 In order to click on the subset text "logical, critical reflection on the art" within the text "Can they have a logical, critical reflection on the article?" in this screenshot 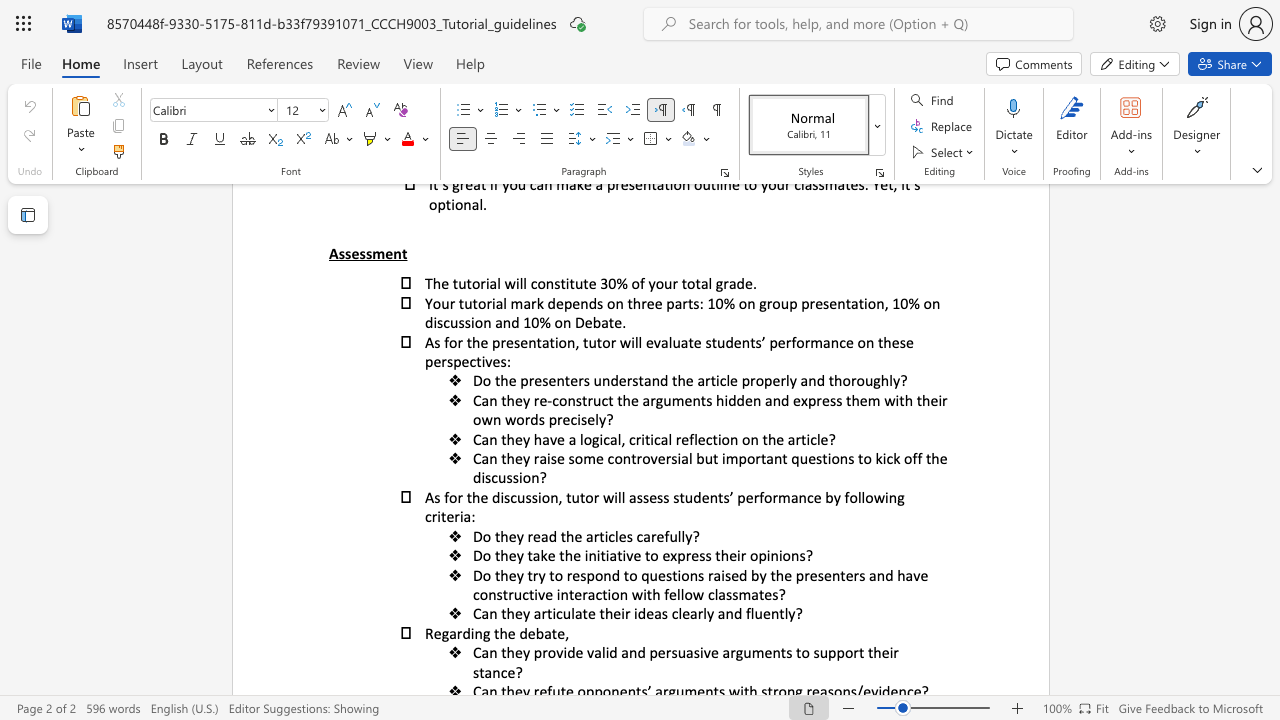, I will do `click(578, 438)`.